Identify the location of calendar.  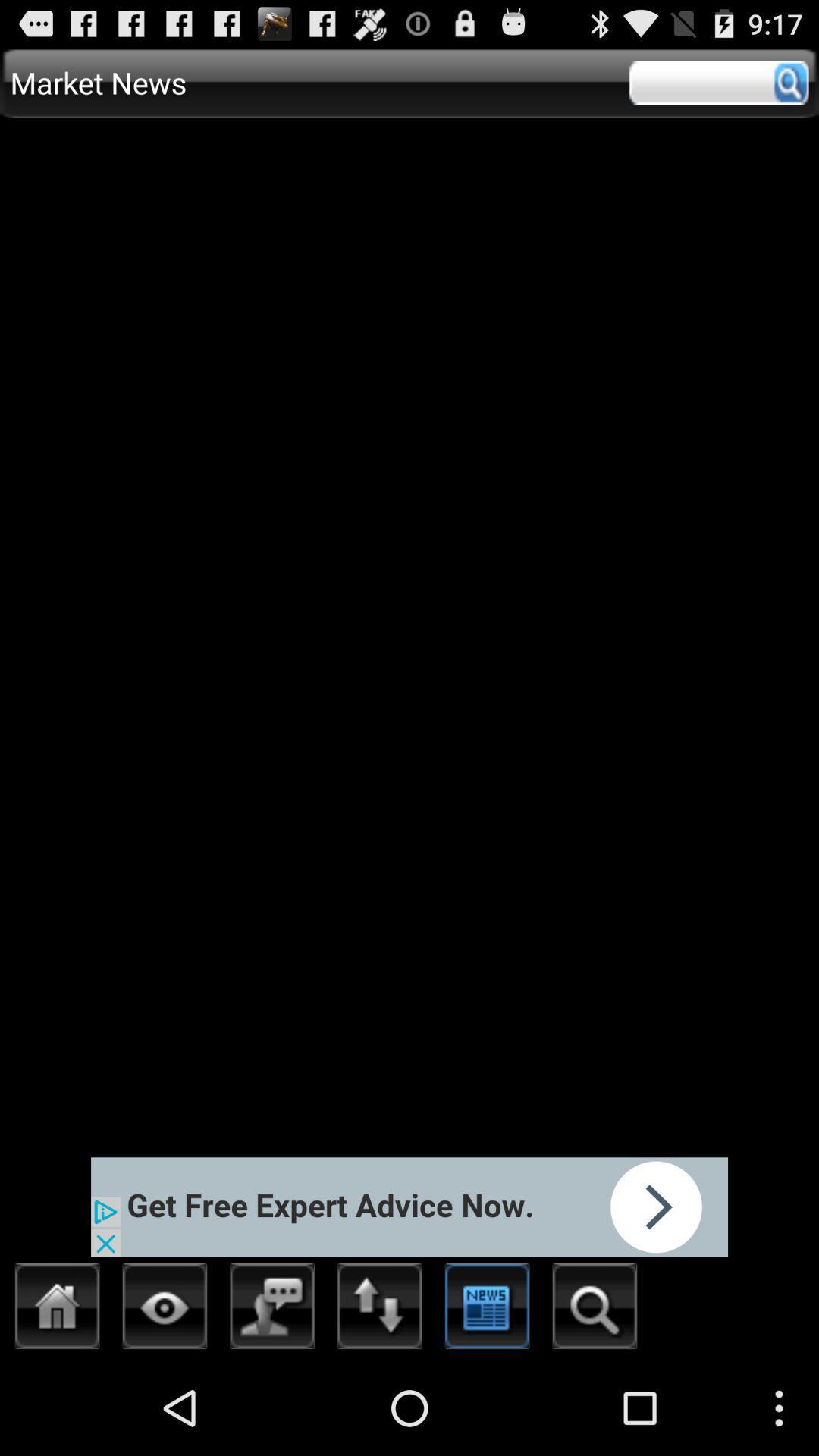
(488, 1310).